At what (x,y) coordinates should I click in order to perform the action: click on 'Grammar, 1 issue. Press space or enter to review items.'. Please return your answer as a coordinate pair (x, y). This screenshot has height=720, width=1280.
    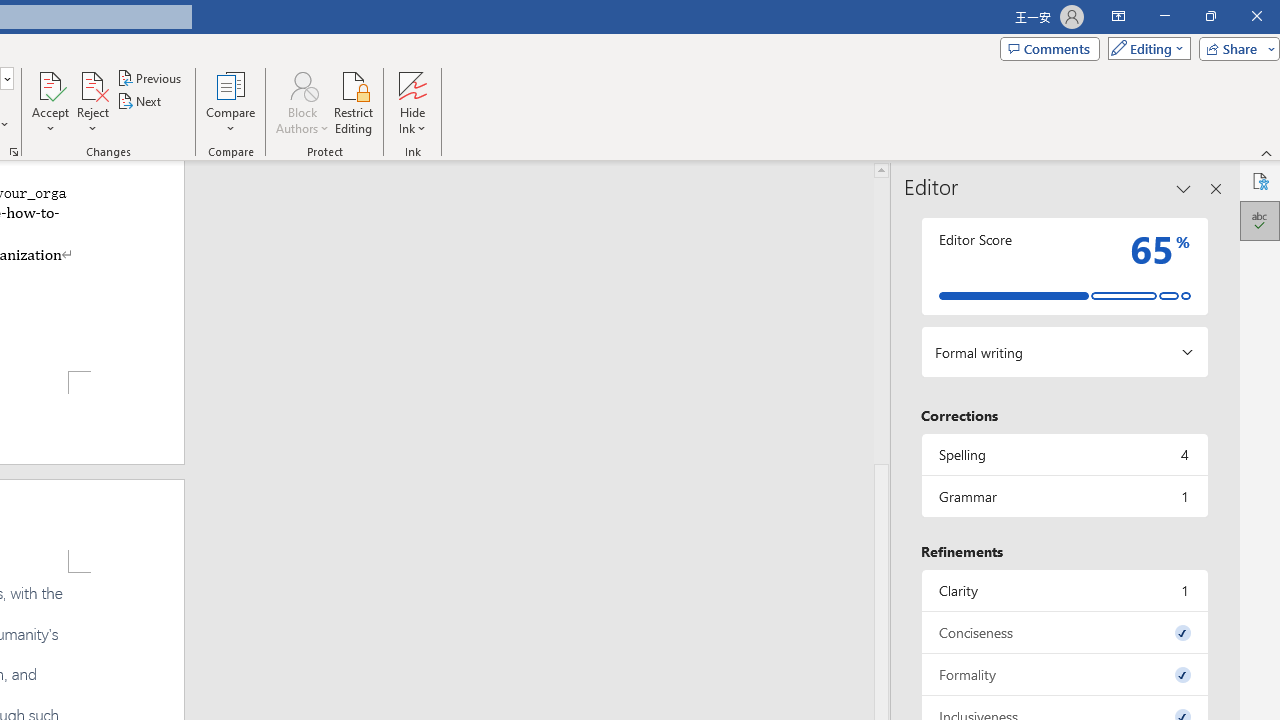
    Looking at the image, I should click on (1063, 495).